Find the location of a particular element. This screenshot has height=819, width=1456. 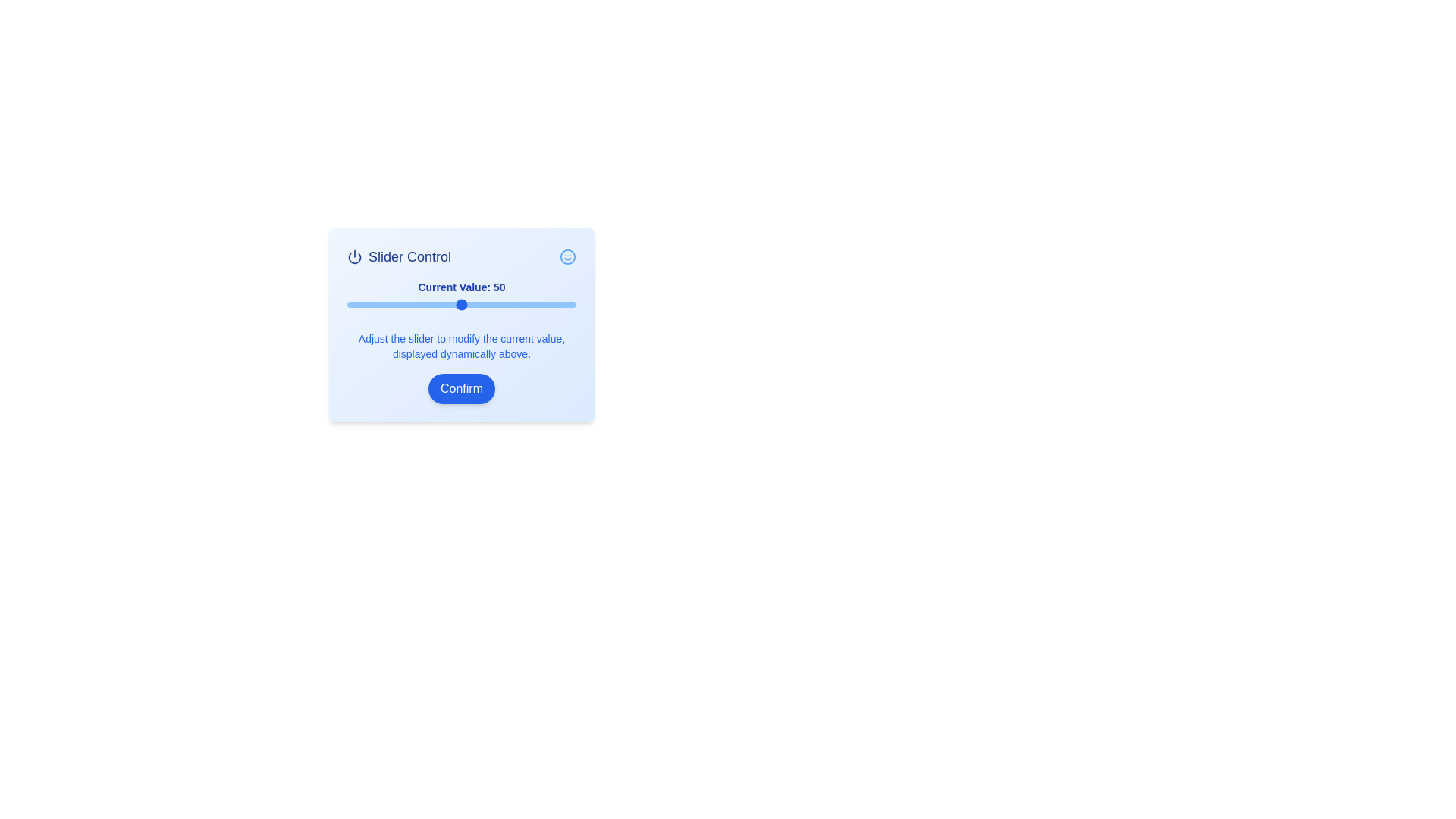

the slider's value is located at coordinates (465, 304).